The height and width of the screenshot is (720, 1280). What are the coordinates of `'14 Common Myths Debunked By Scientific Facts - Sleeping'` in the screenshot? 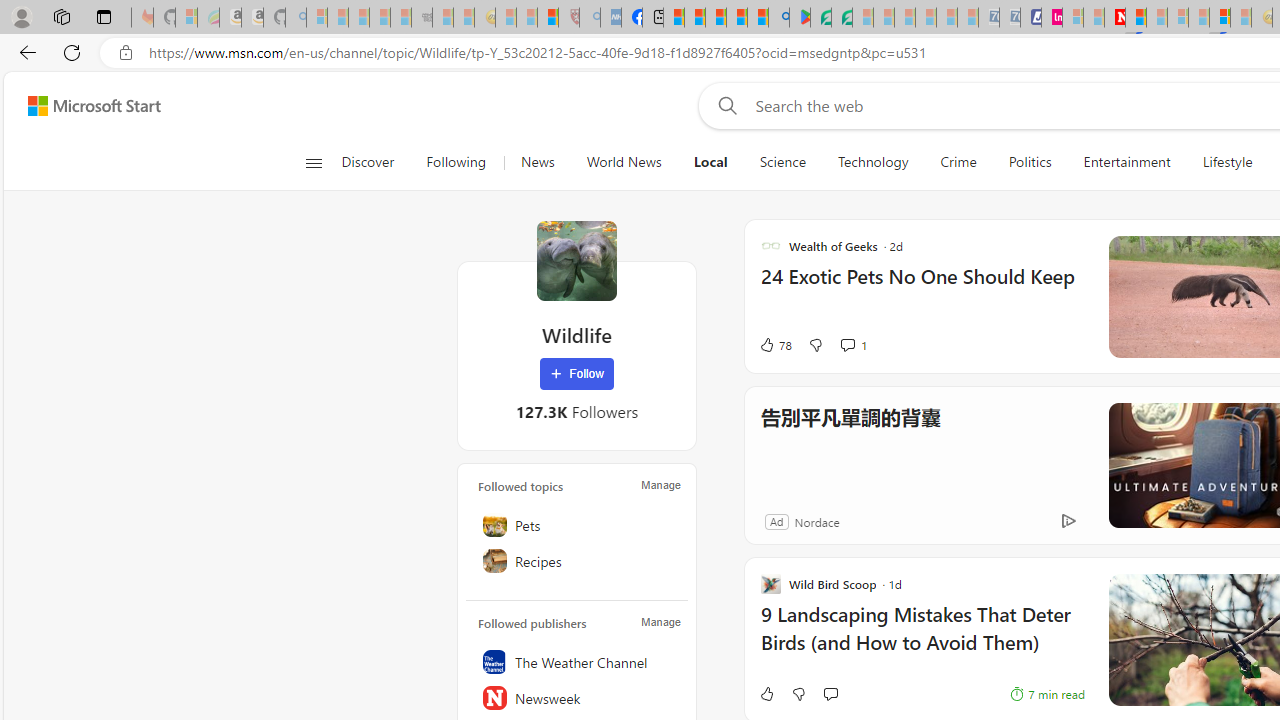 It's located at (1157, 17).